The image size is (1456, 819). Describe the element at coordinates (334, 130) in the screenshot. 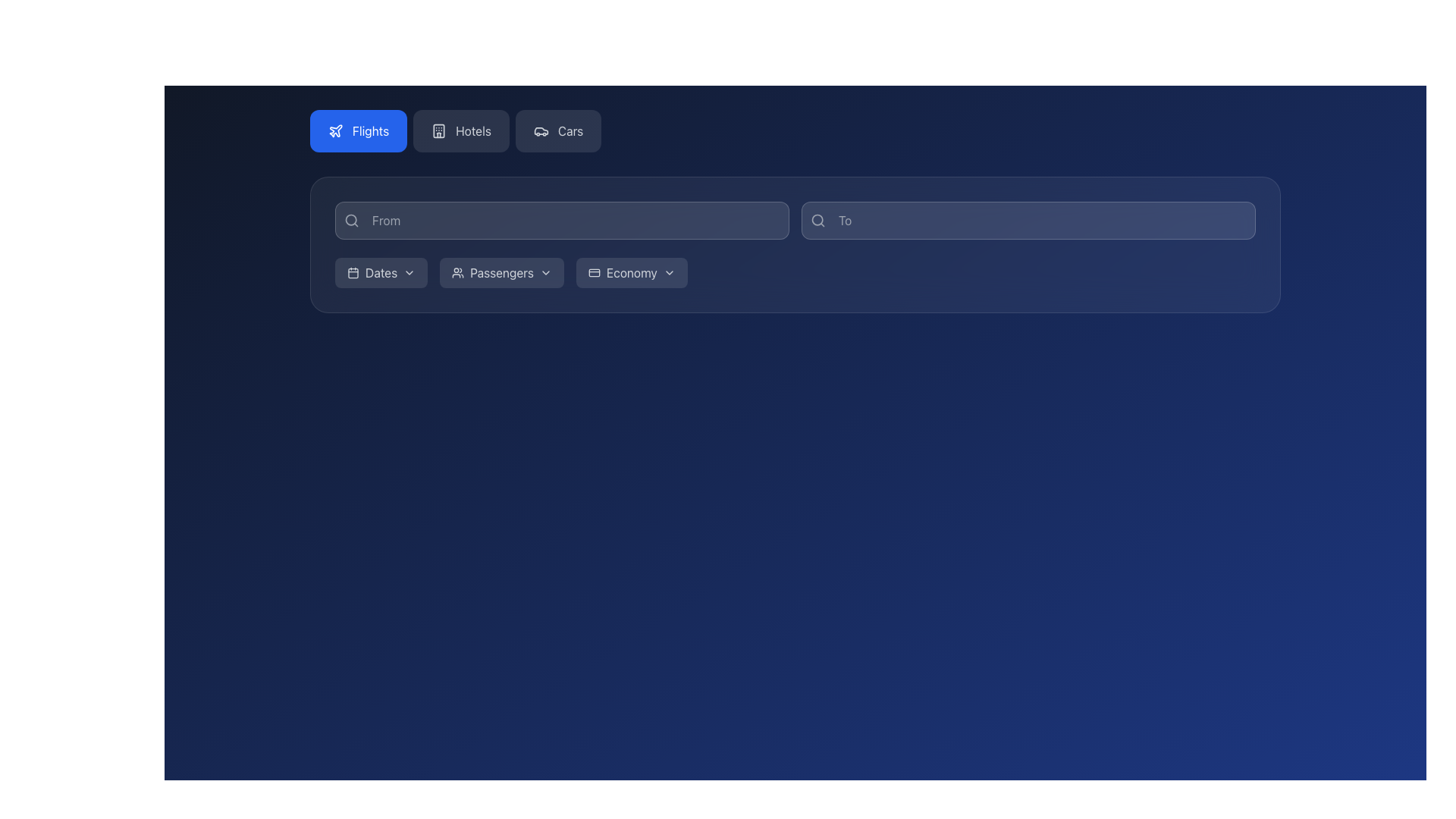

I see `the airplane icon located to the left of the 'Flights' button, which has a modern outline design and a white color against a blue background` at that location.